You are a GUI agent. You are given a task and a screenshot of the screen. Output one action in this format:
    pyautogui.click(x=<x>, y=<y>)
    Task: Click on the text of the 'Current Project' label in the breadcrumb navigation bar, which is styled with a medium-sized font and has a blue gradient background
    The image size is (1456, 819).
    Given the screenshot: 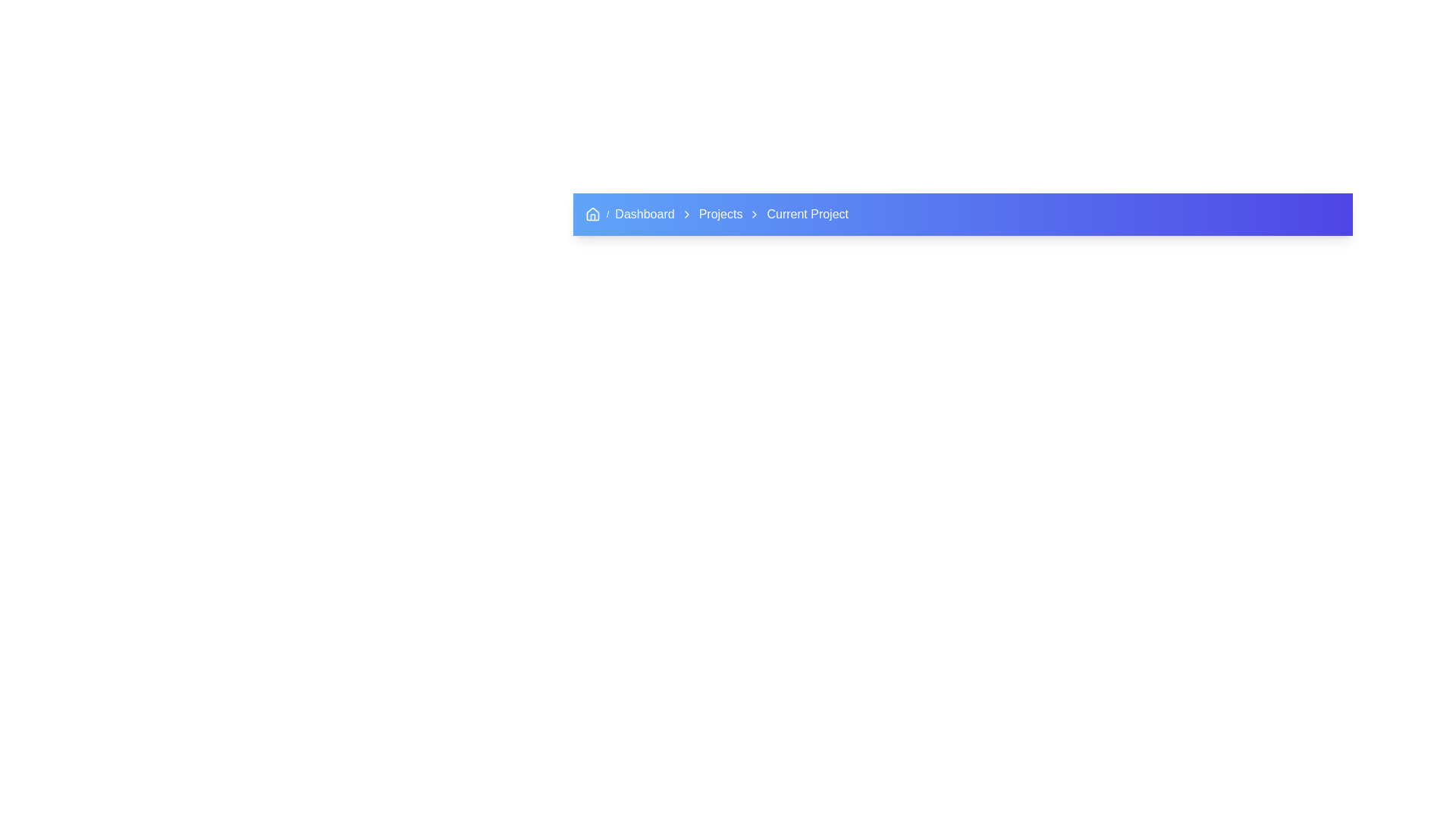 What is the action you would take?
    pyautogui.click(x=807, y=214)
    